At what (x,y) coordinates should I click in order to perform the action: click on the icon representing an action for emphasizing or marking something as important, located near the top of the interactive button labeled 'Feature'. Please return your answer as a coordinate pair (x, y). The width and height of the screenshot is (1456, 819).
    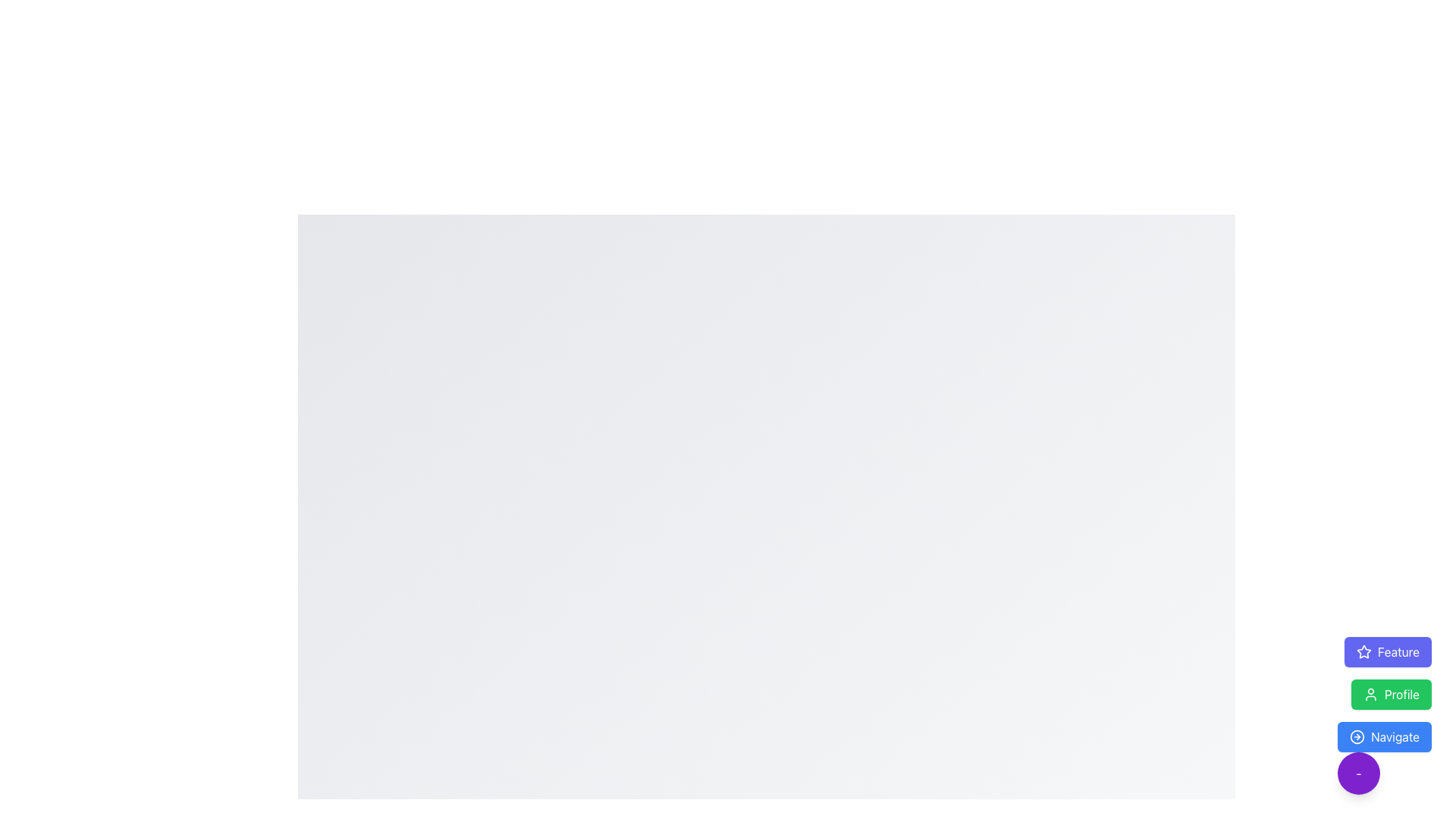
    Looking at the image, I should click on (1363, 651).